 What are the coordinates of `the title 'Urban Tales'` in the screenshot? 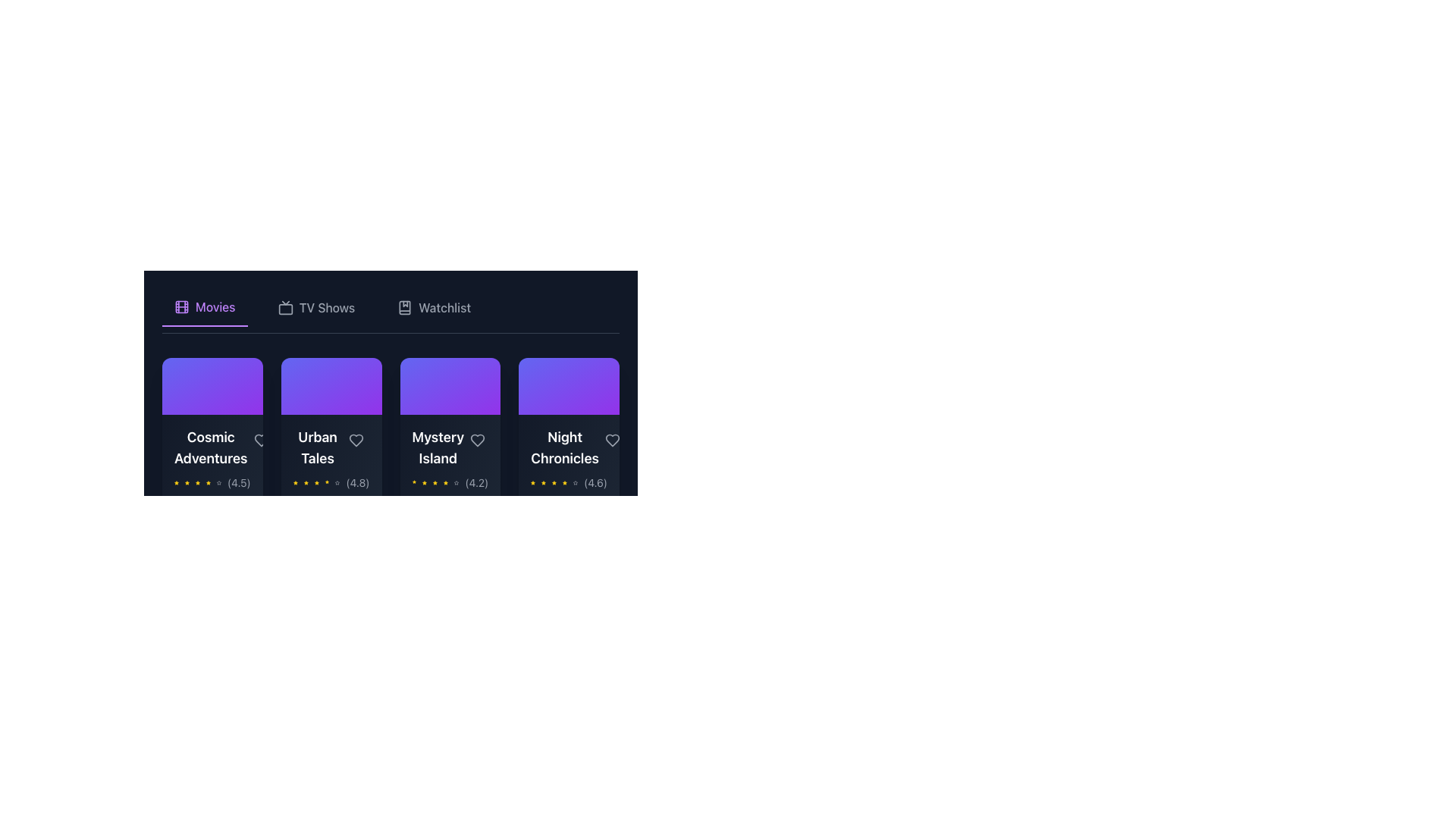 It's located at (317, 447).